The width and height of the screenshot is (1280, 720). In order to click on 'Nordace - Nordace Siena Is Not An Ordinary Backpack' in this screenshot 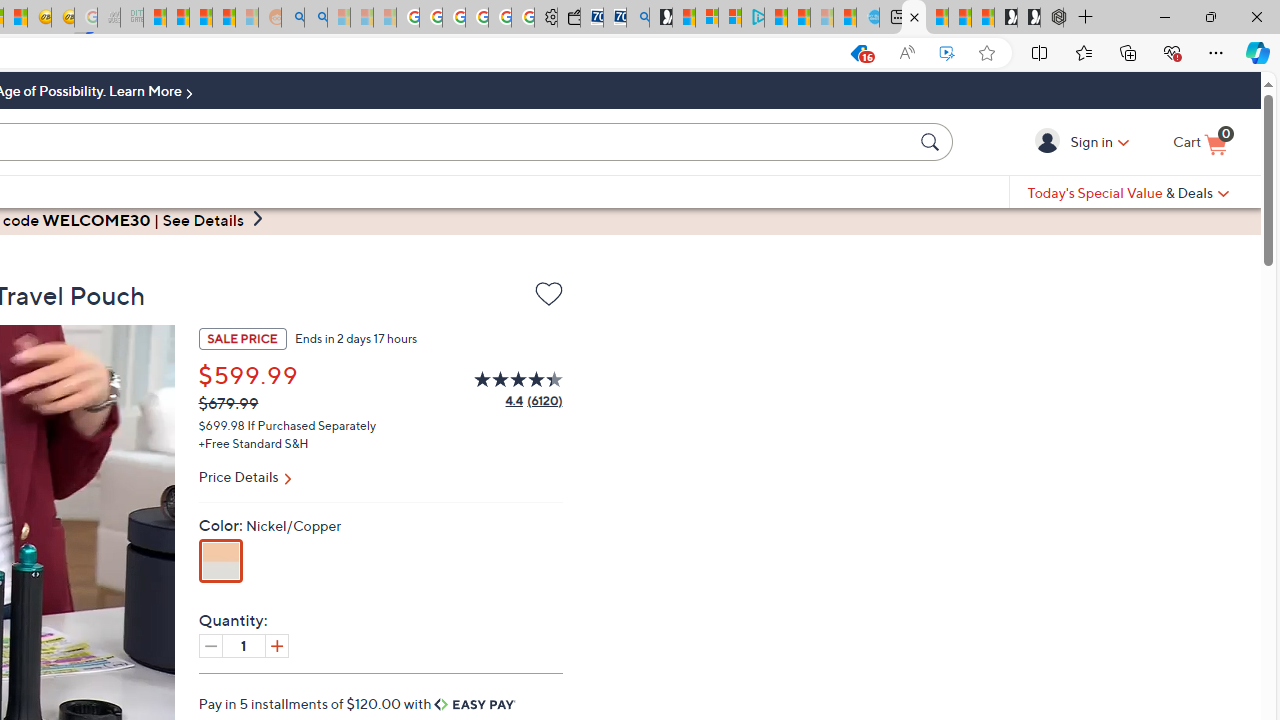, I will do `click(1051, 17)`.